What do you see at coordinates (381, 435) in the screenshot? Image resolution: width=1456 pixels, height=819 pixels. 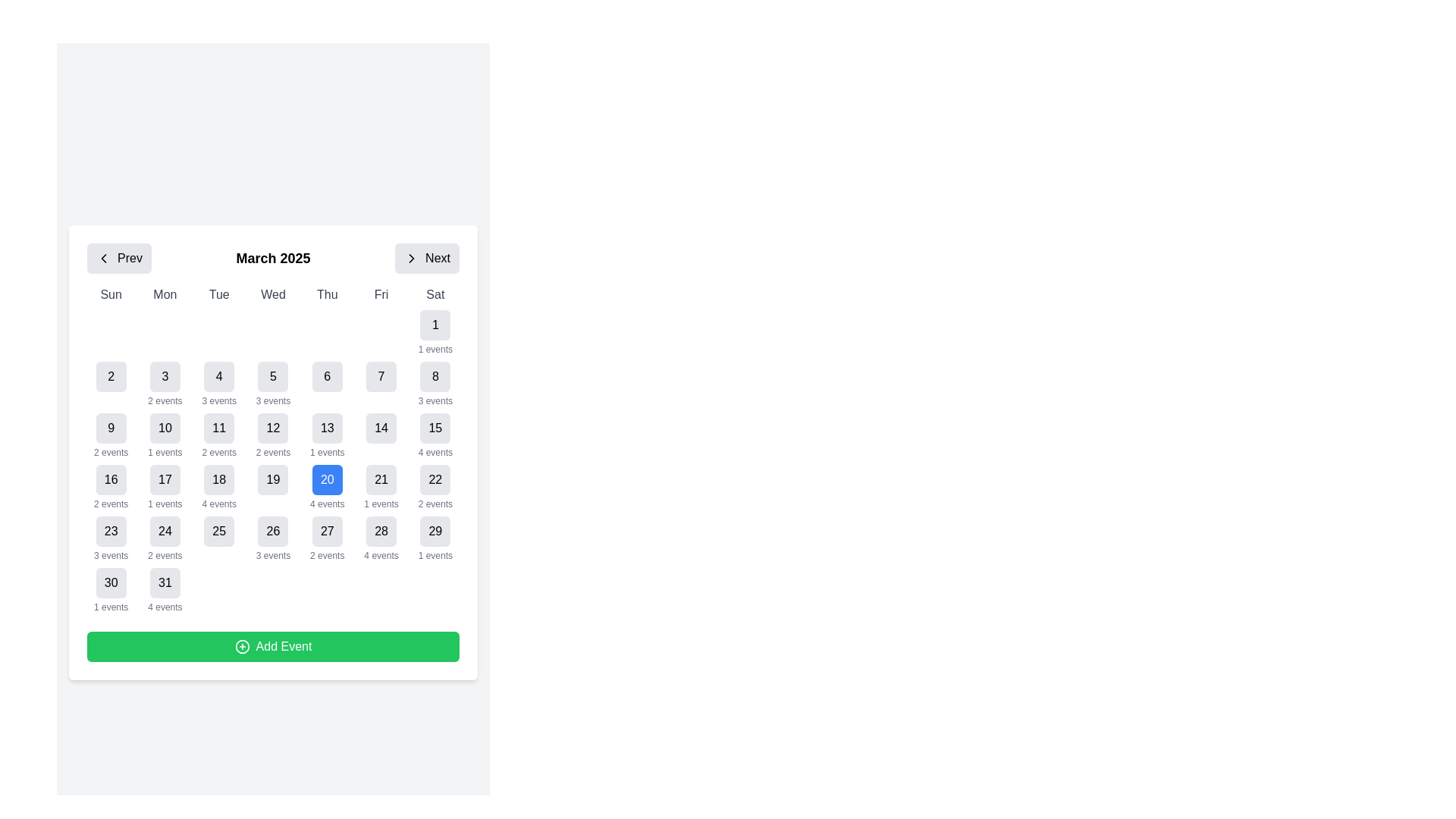 I see `the square button with a rounded border displaying the number '14'` at bounding box center [381, 435].